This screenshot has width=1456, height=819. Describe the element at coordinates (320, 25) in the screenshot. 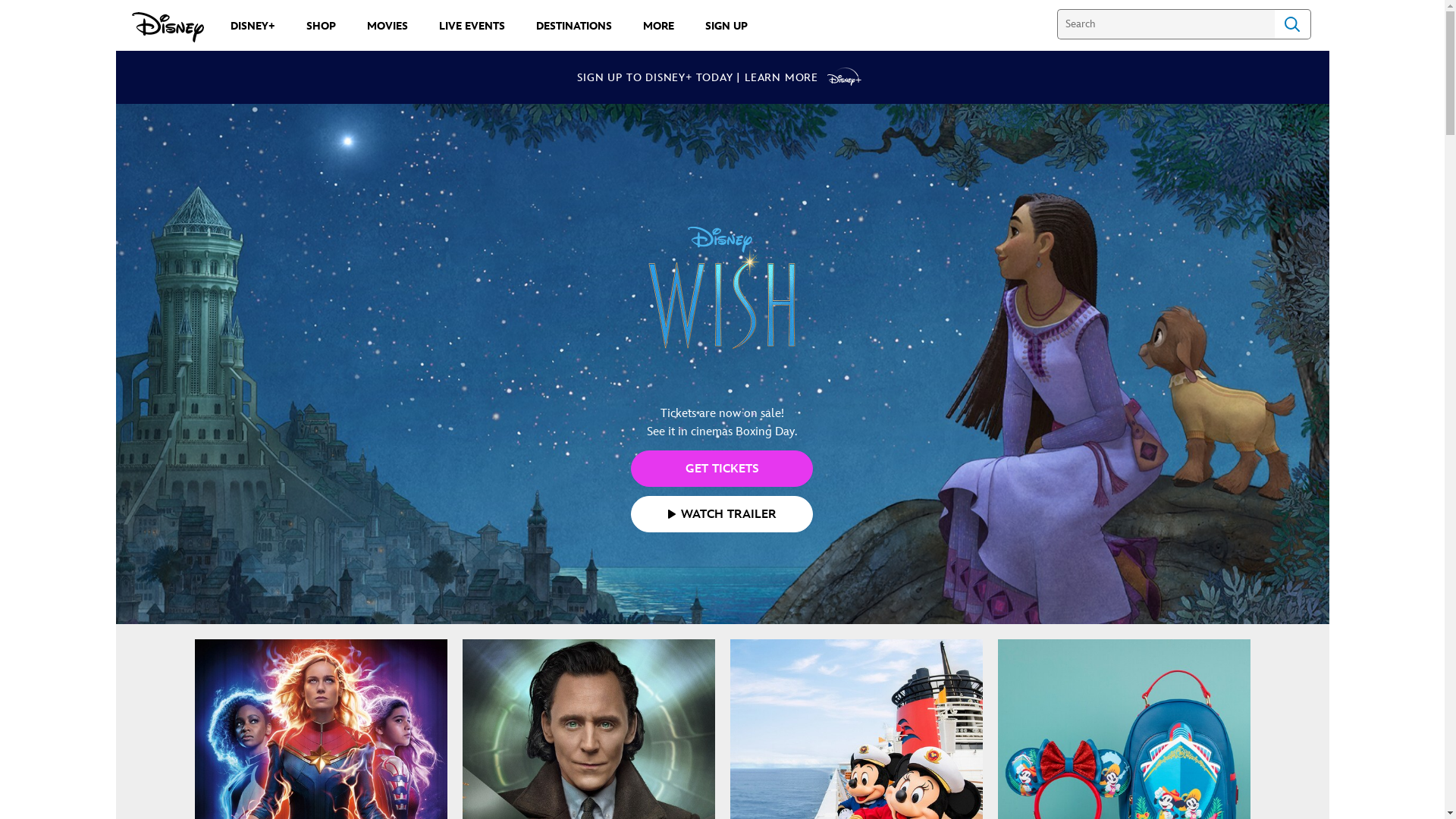

I see `'SHOP'` at that location.